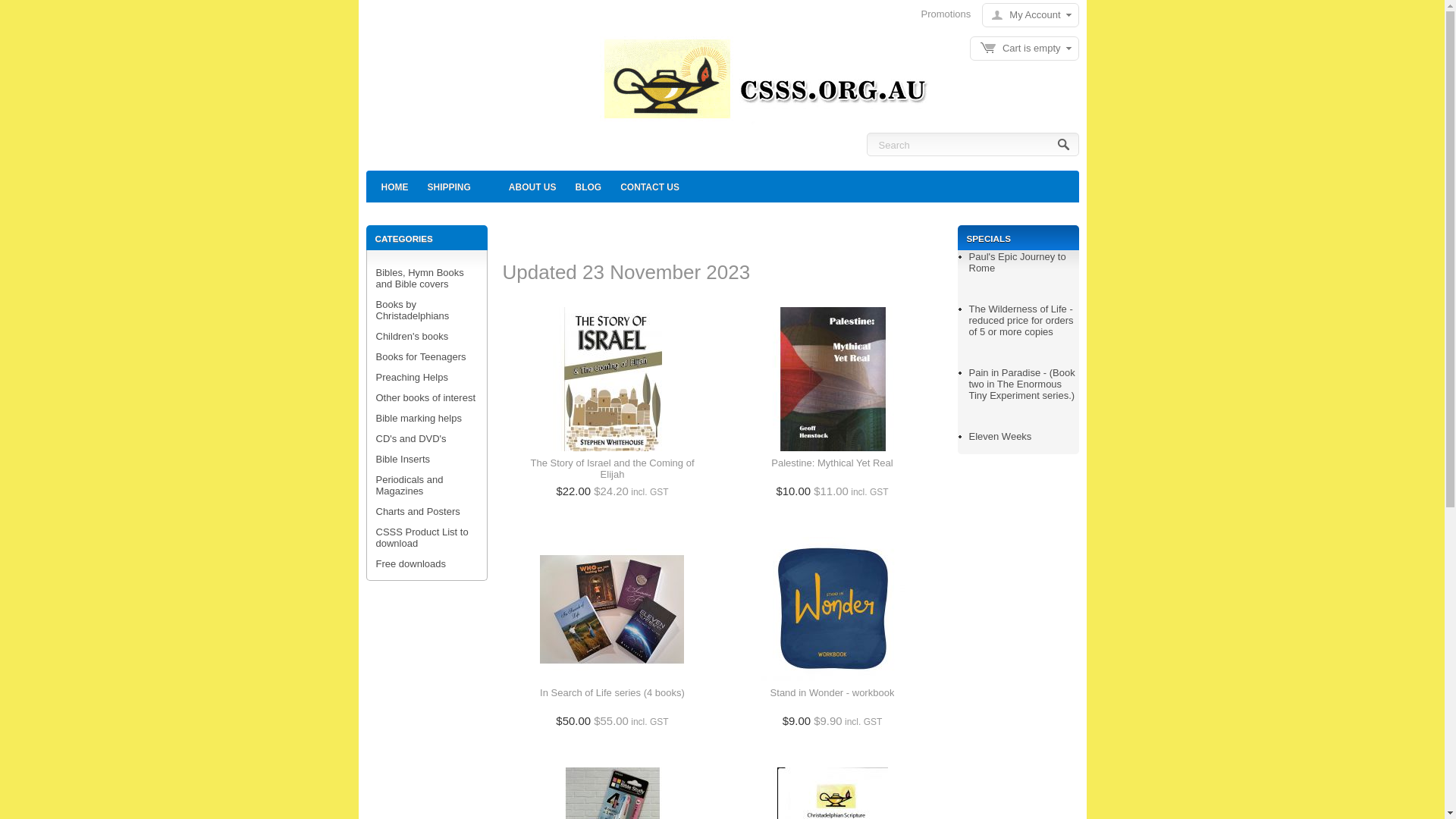 The image size is (1456, 819). Describe the element at coordinates (413, 309) in the screenshot. I see `'Books by Christadelphians'` at that location.